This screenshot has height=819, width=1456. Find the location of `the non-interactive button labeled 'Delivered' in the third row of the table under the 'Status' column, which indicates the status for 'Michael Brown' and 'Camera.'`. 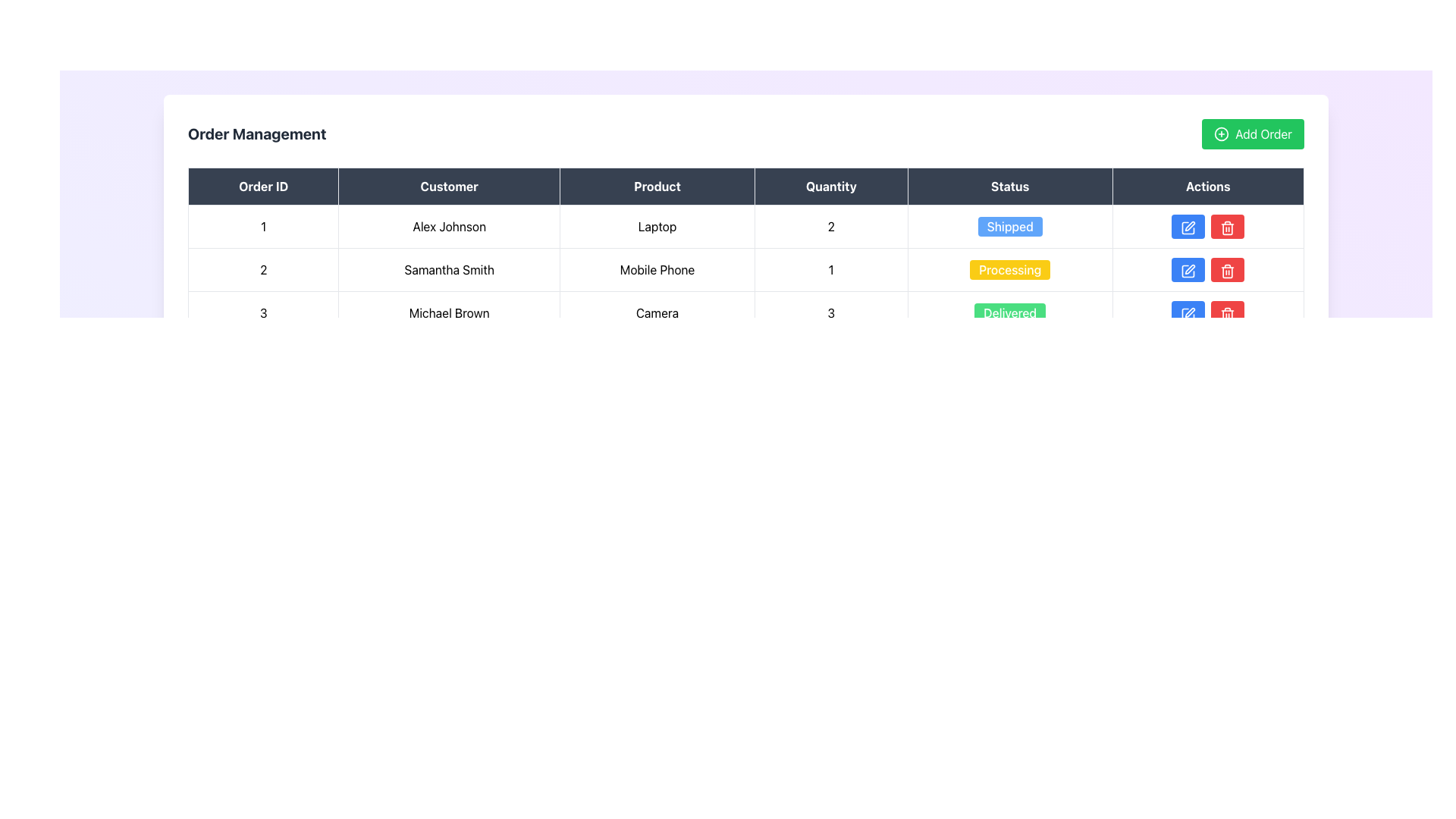

the non-interactive button labeled 'Delivered' in the third row of the table under the 'Status' column, which indicates the status for 'Michael Brown' and 'Camera.' is located at coordinates (1010, 312).